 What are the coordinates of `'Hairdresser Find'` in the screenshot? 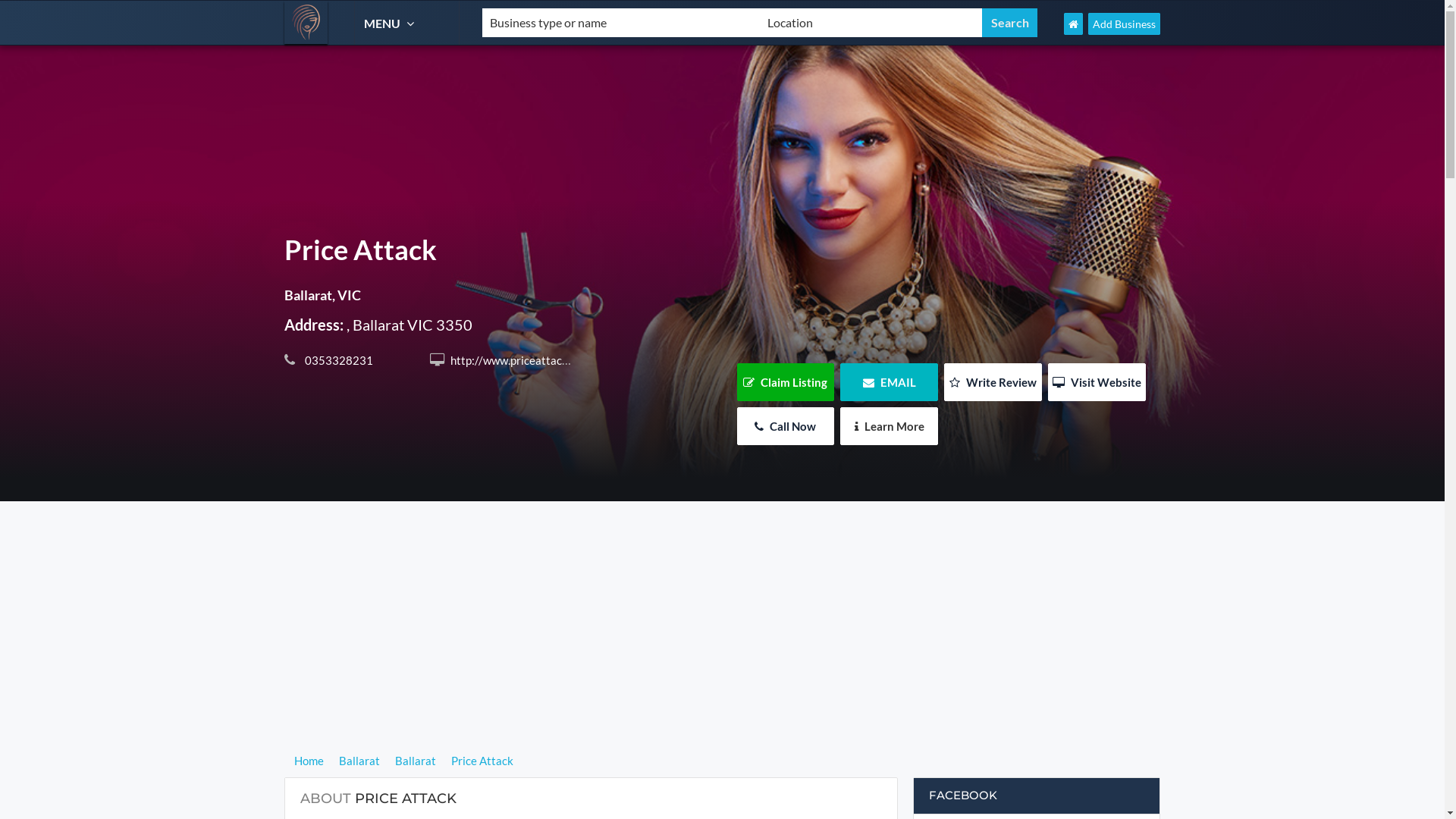 It's located at (305, 22).